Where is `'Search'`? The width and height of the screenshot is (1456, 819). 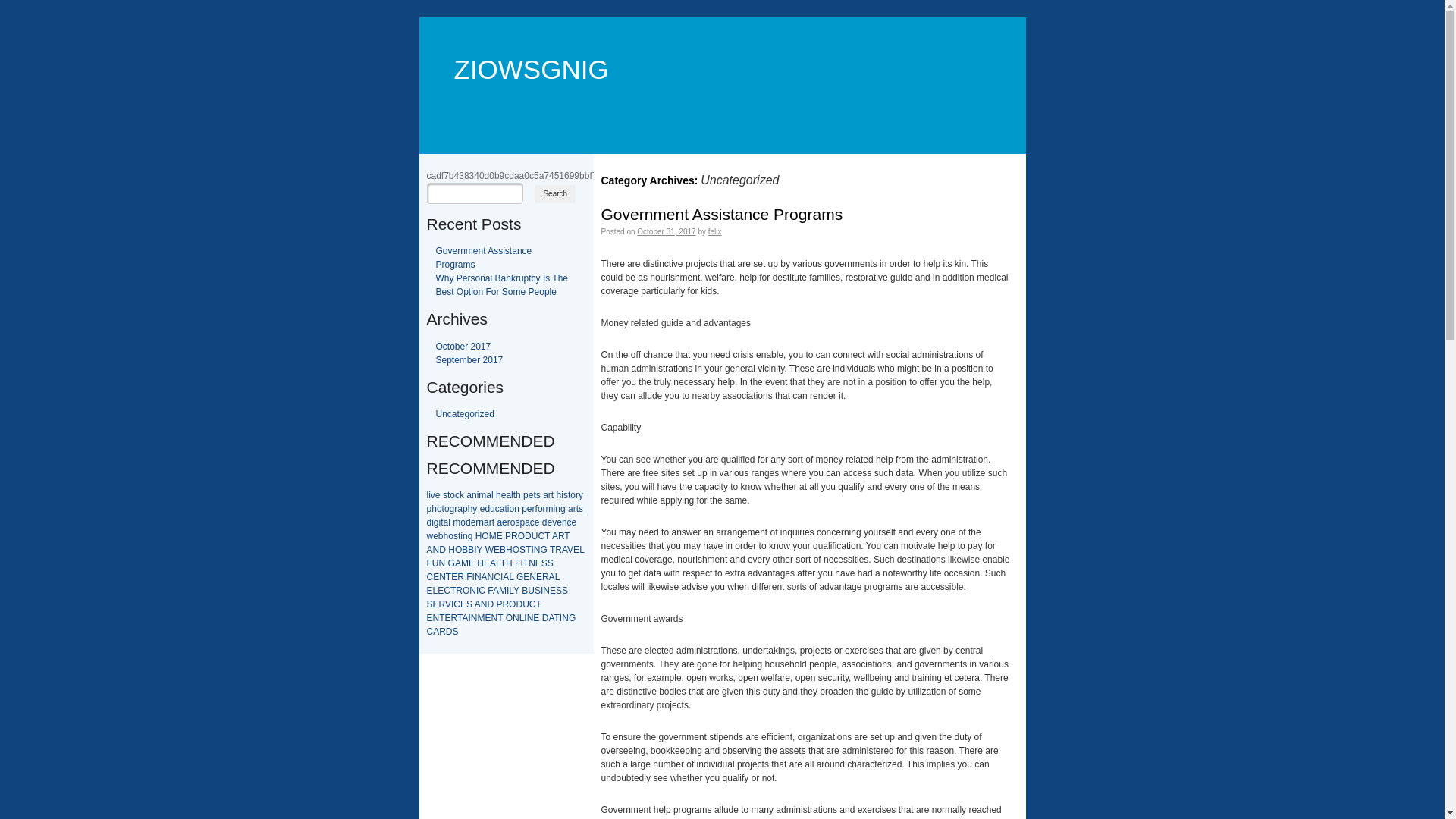 'Search' is located at coordinates (554, 193).